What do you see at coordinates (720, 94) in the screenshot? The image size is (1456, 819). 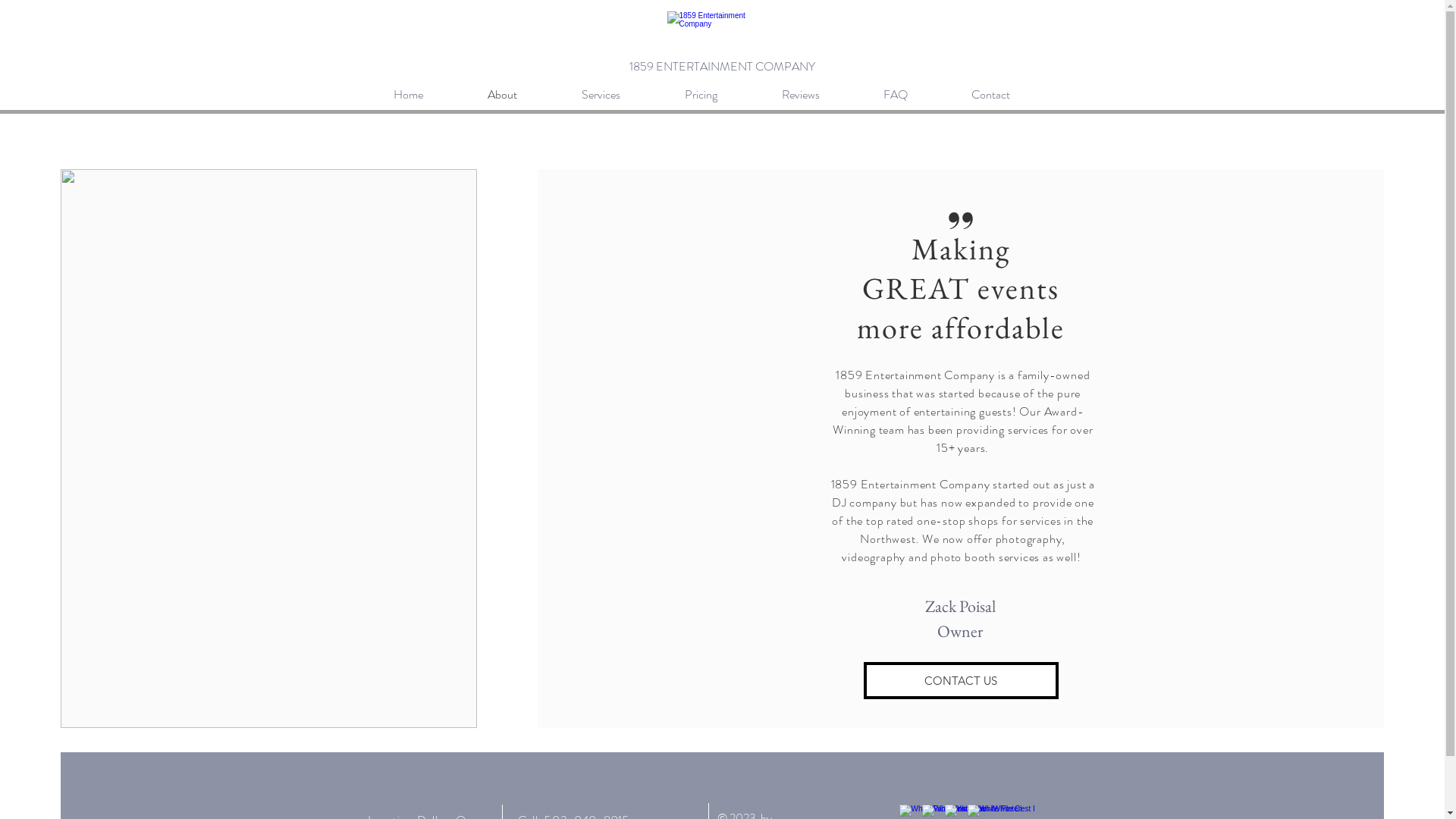 I see `'Pricing'` at bounding box center [720, 94].